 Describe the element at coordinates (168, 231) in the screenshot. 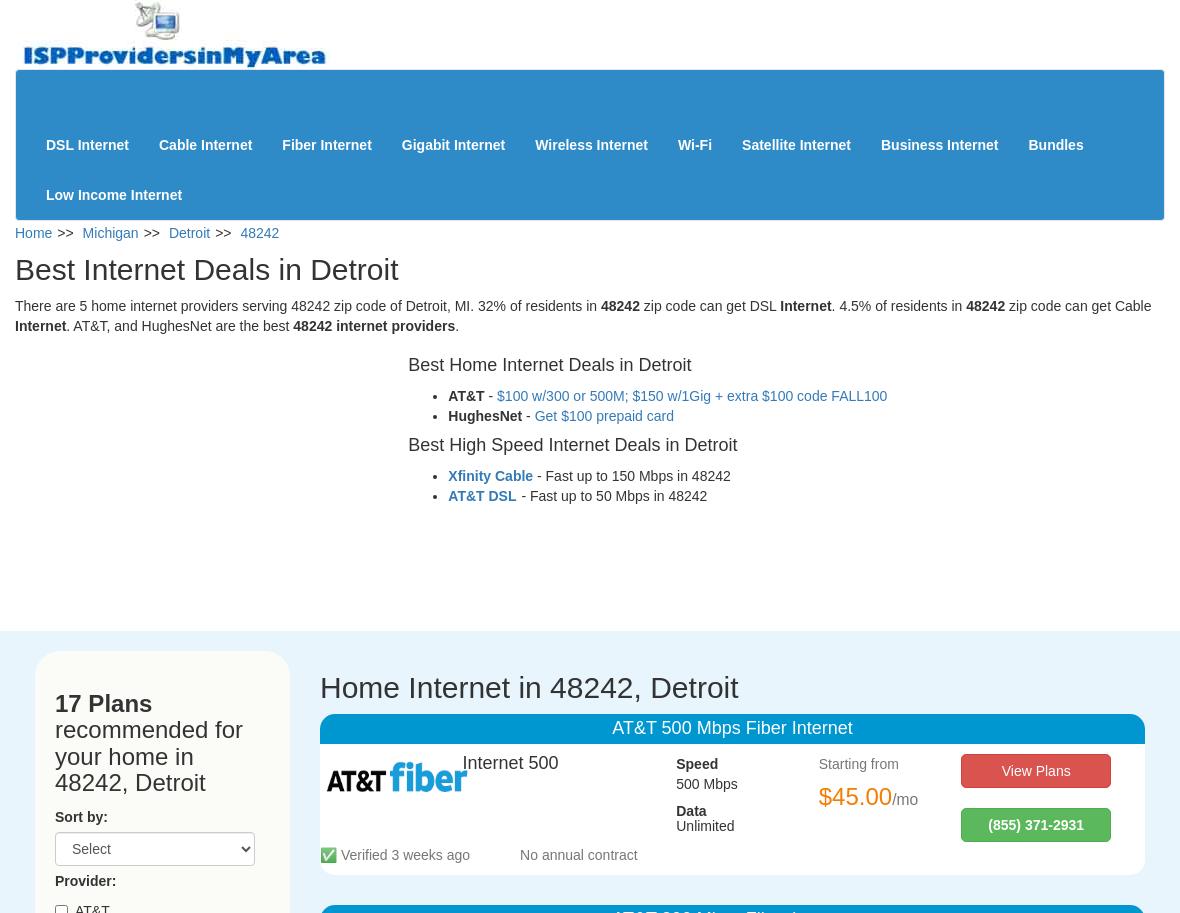

I see `'Detroit'` at that location.